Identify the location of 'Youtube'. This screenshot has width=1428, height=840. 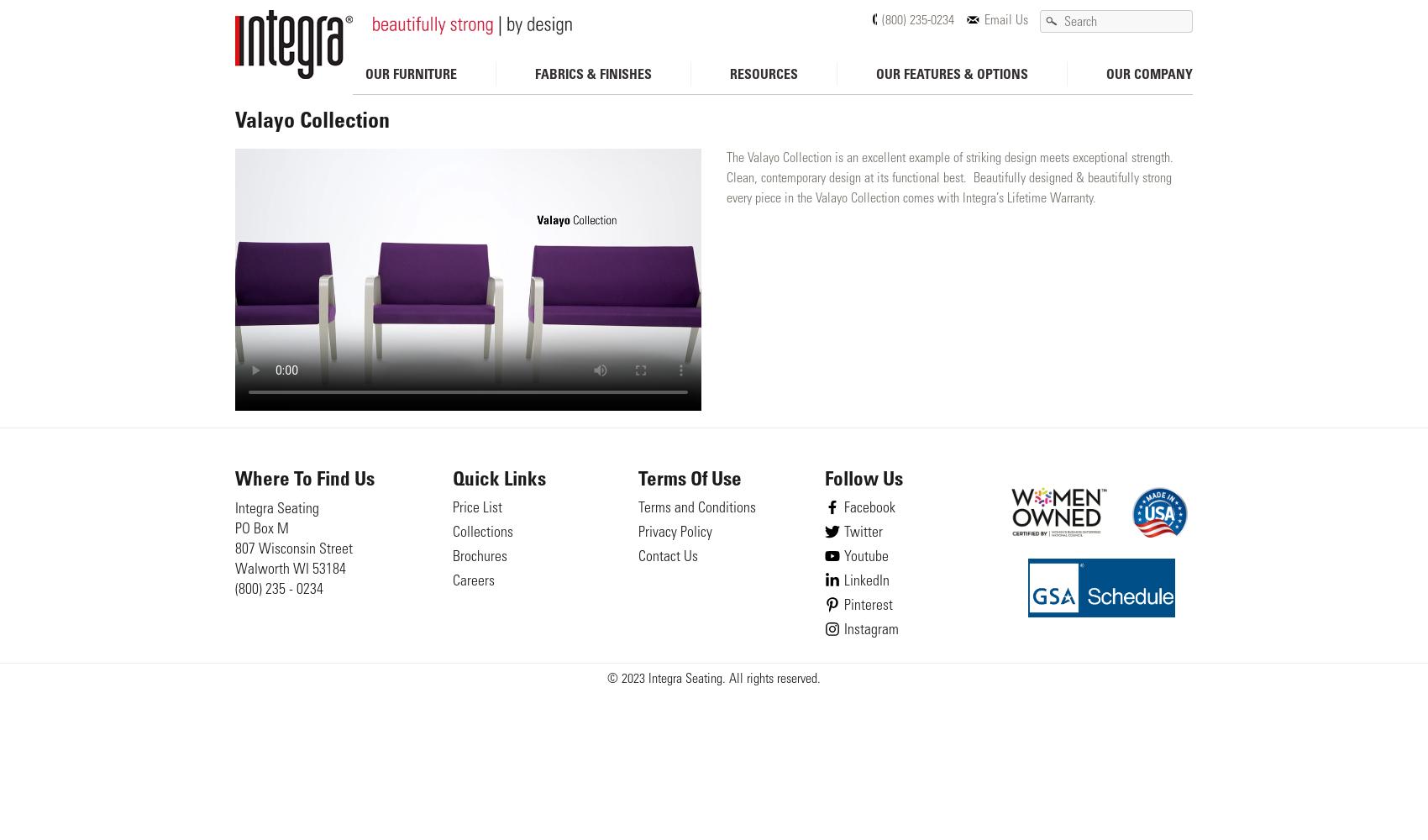
(864, 558).